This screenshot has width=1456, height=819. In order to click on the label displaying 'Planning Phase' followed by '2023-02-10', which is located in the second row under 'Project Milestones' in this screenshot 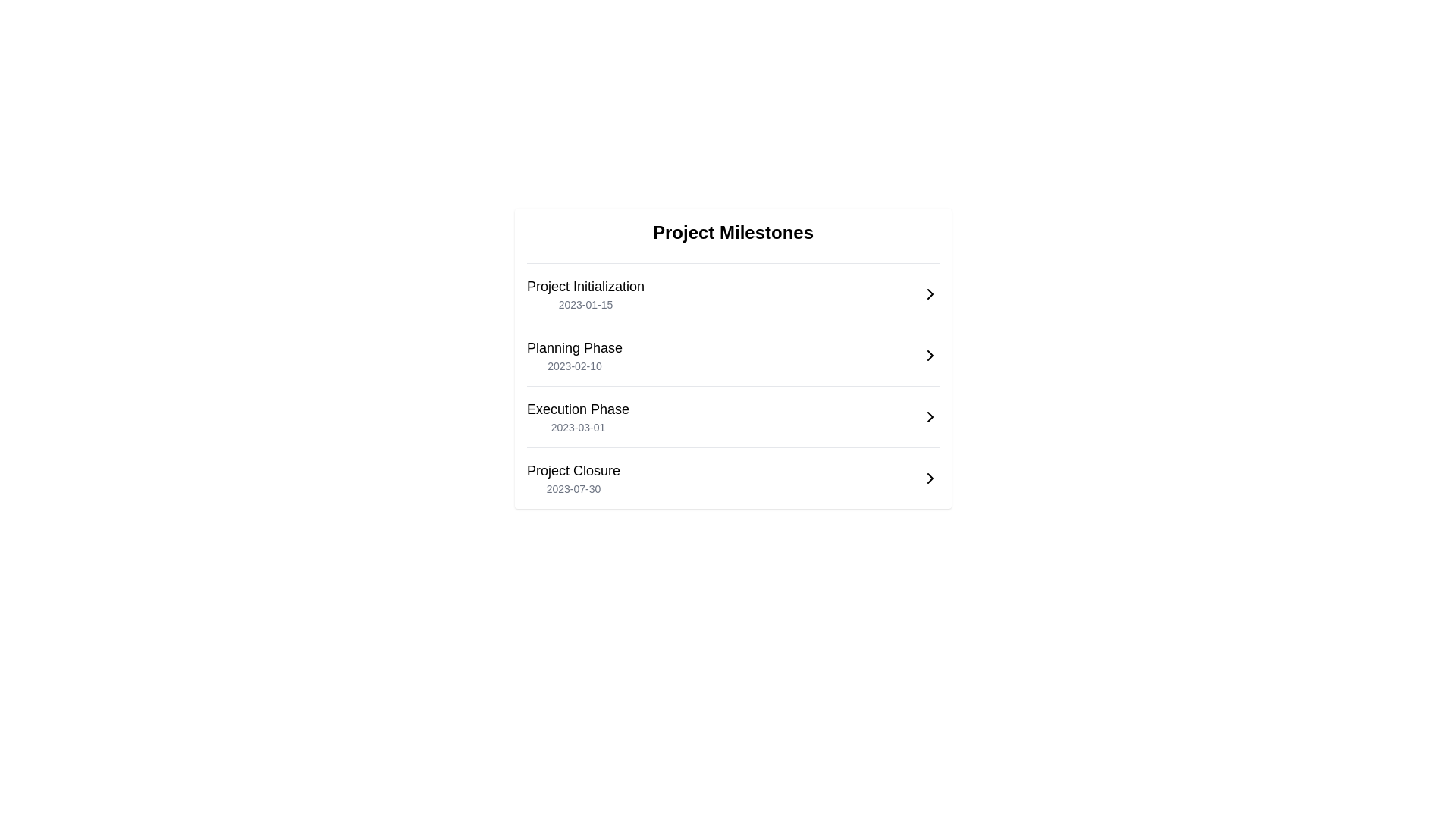, I will do `click(574, 356)`.